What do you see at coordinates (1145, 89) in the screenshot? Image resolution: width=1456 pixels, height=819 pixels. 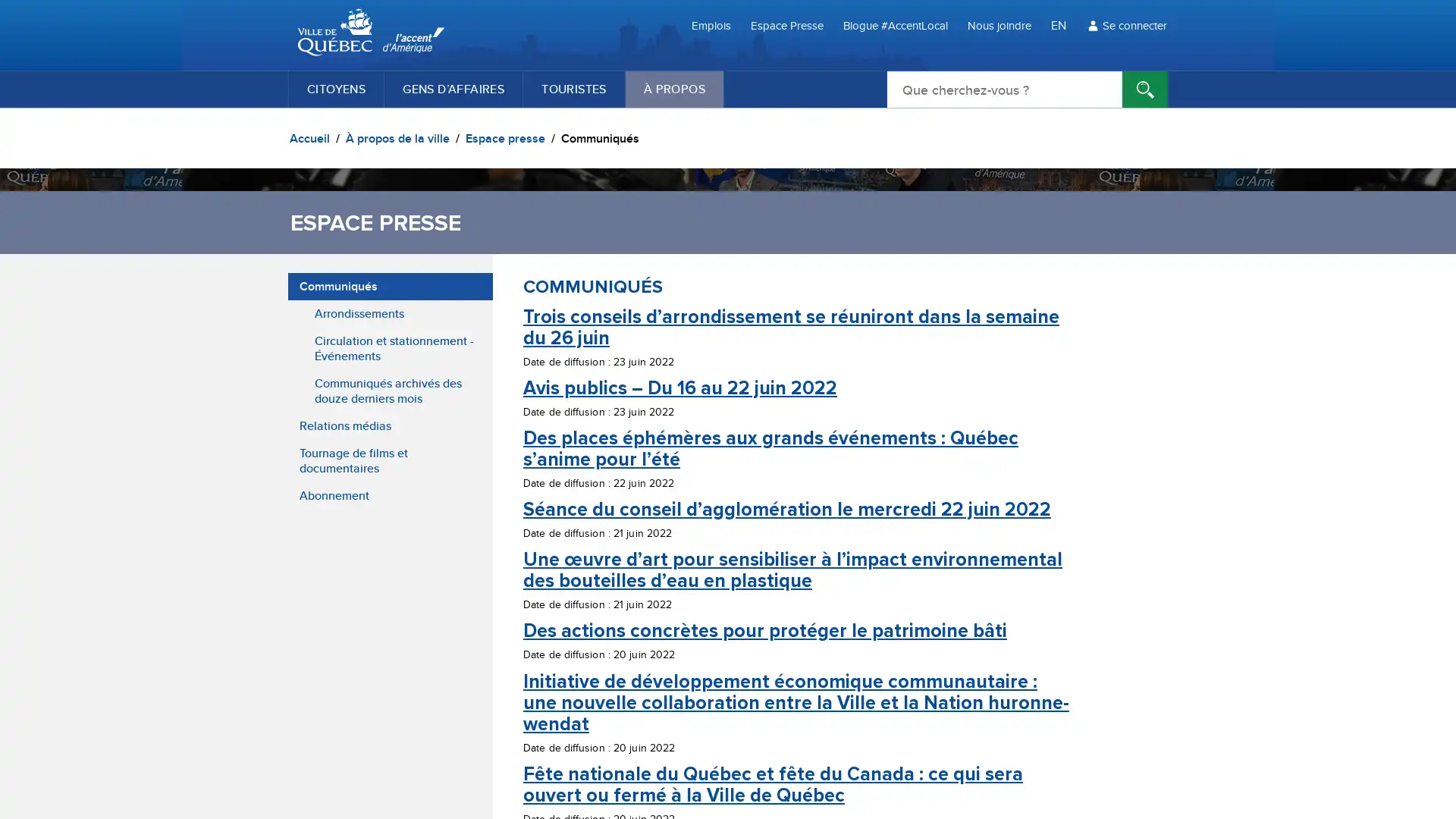 I see `Rechercher` at bounding box center [1145, 89].